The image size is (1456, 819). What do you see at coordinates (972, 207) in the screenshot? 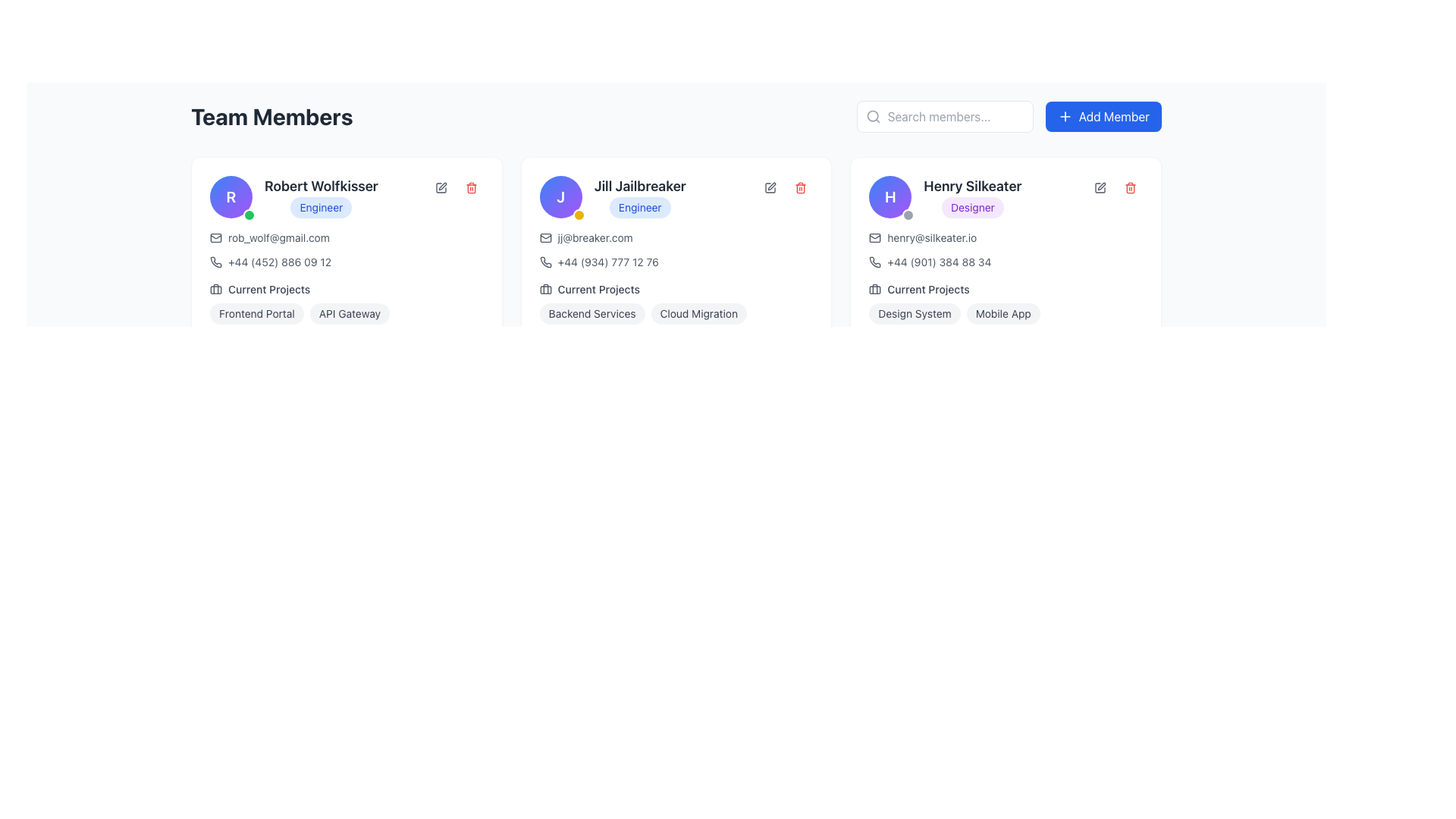
I see `the 'Designer' label for Henry Silkeater located on his profile card in the team members list` at bounding box center [972, 207].